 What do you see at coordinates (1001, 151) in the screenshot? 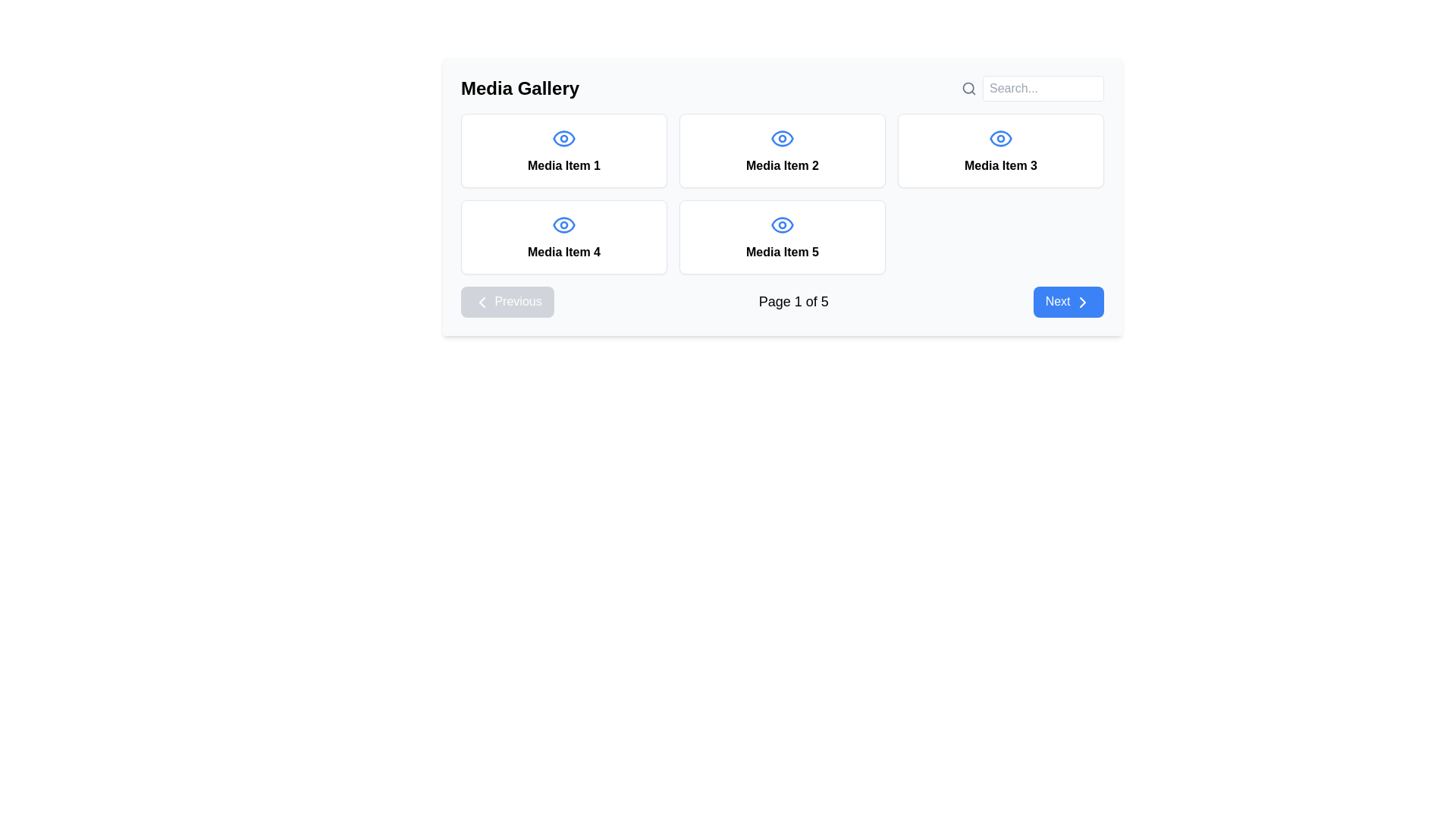
I see `the selectable card representing 'Media Item 3' located at the top-right corner of the grid` at bounding box center [1001, 151].